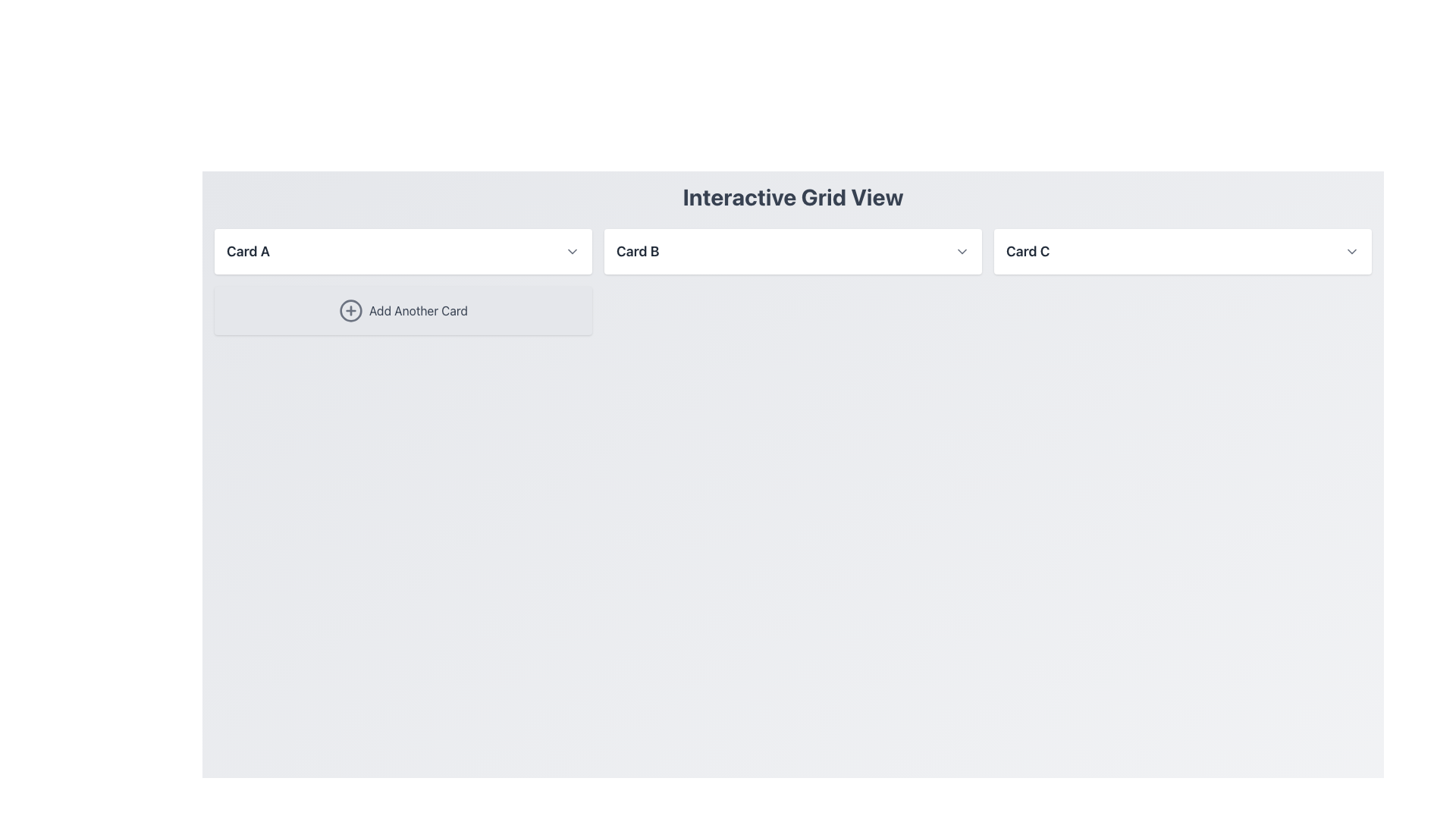  I want to click on the bold, centered heading displaying 'Interactive Grid View' which is positioned at the top of the interface, so click(792, 196).